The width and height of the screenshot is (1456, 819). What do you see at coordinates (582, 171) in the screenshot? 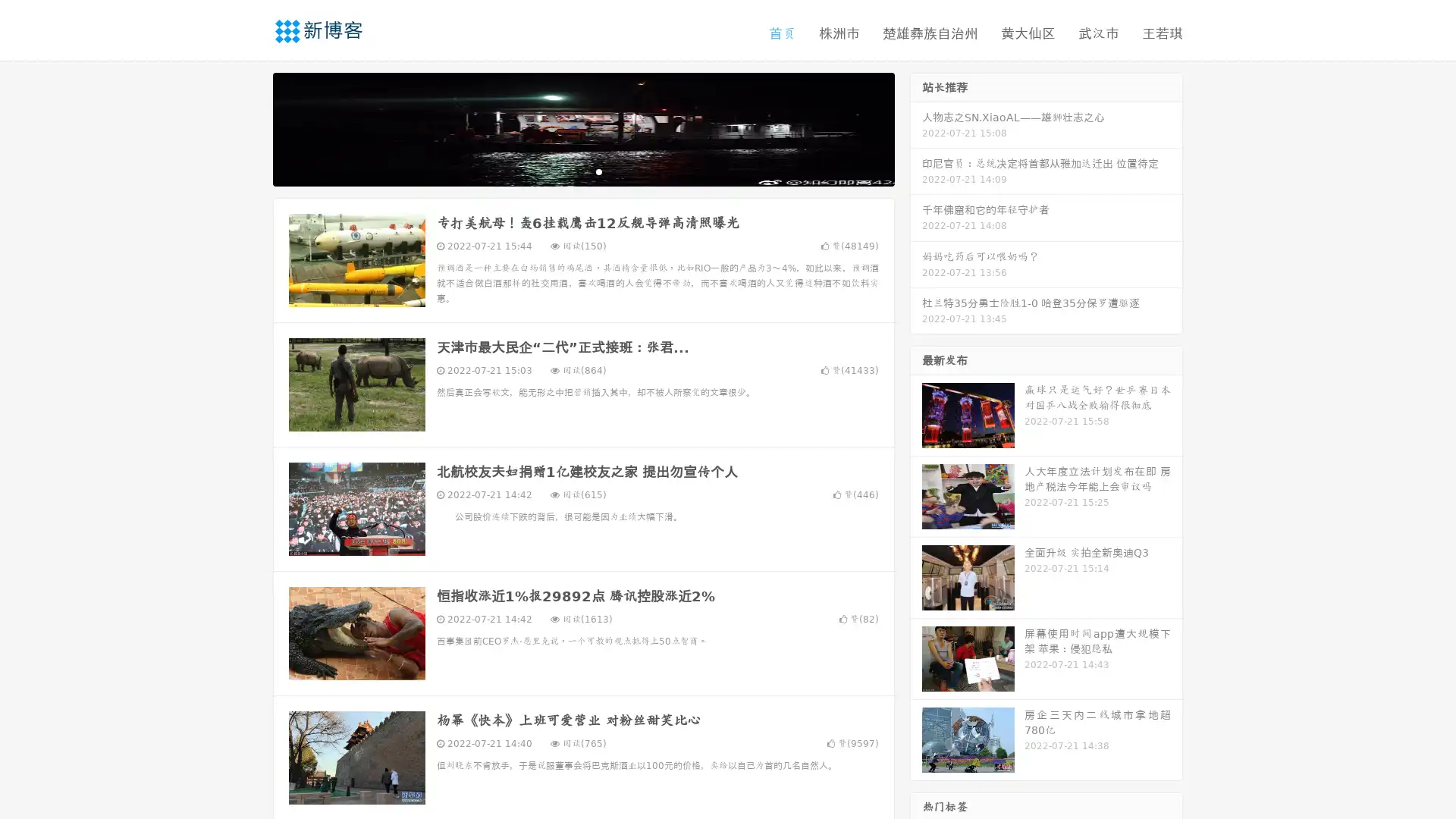
I see `Go to slide 2` at bounding box center [582, 171].